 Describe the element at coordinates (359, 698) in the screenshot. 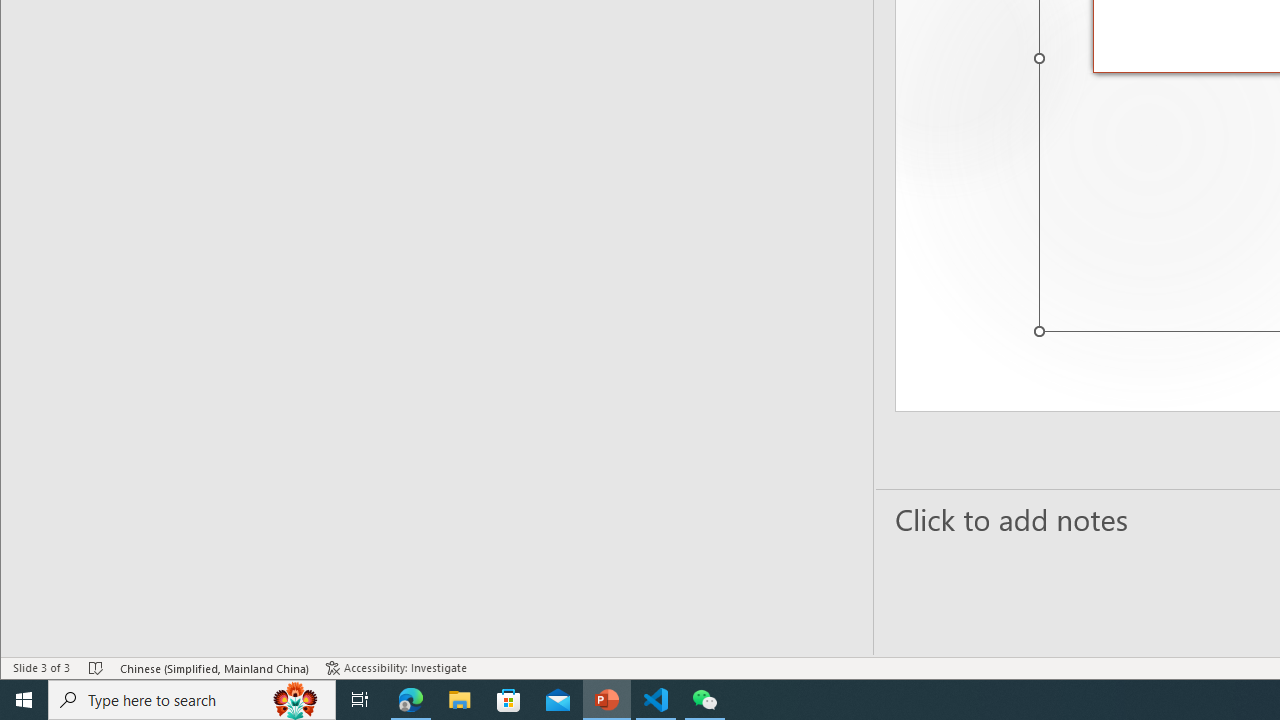

I see `'Task View'` at that location.